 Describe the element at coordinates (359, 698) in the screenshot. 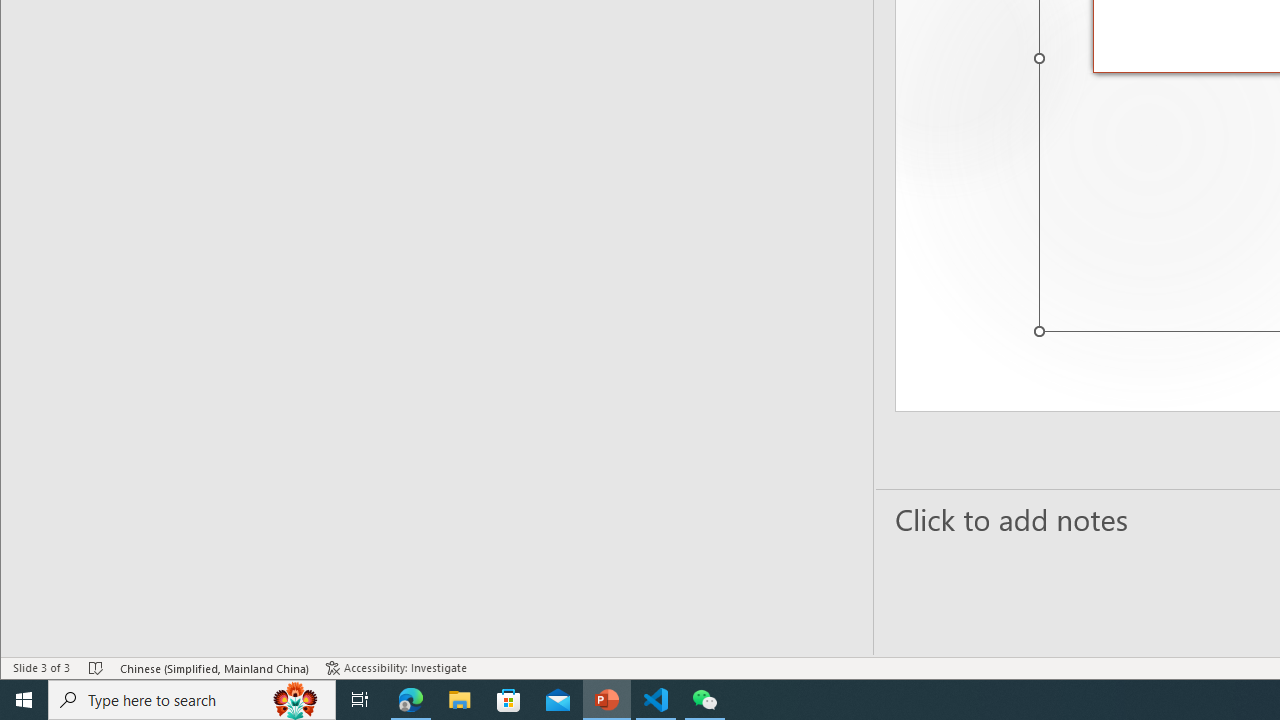

I see `'Task View'` at that location.